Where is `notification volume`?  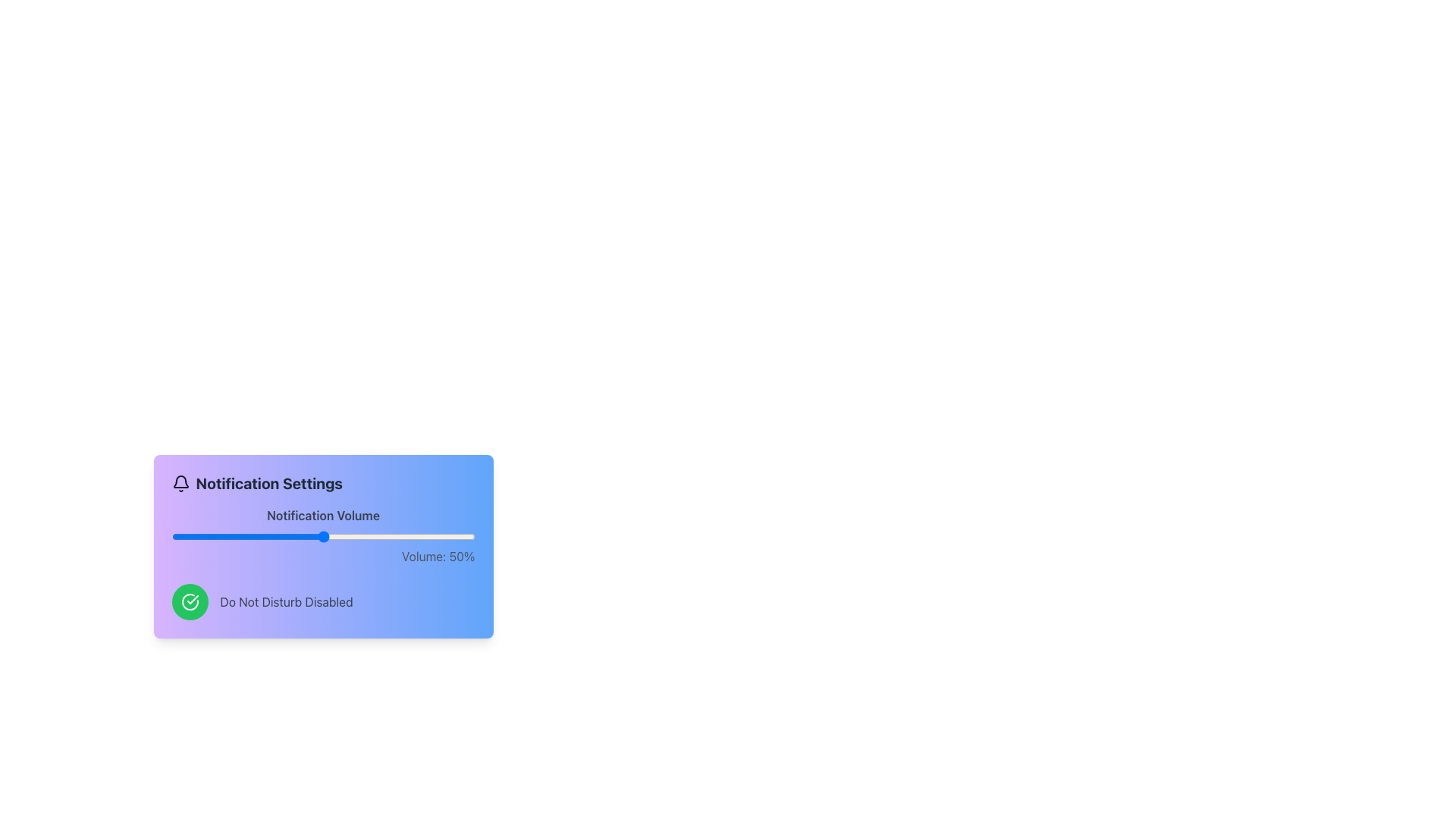
notification volume is located at coordinates (177, 536).